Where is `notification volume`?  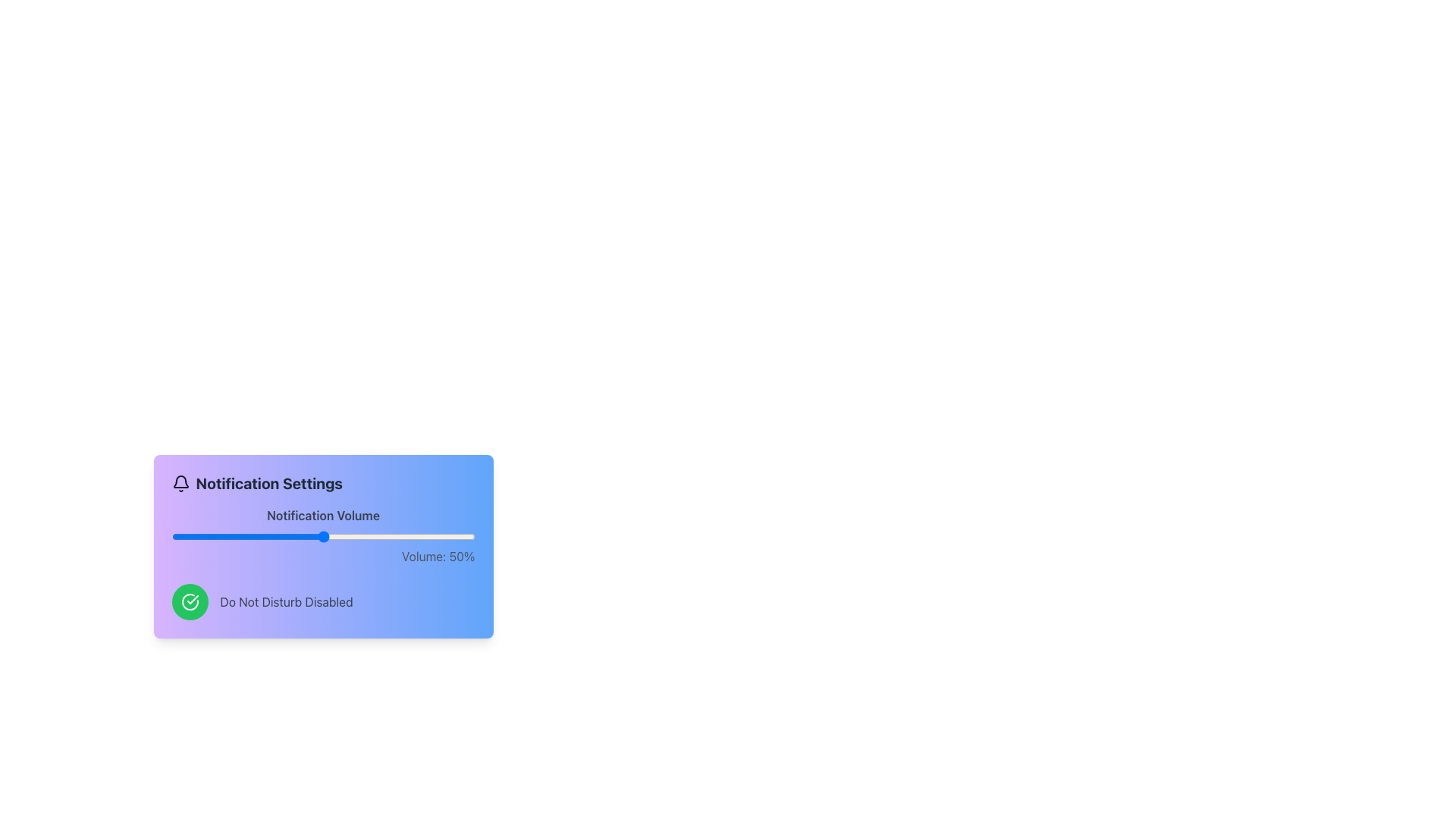
notification volume is located at coordinates (177, 536).